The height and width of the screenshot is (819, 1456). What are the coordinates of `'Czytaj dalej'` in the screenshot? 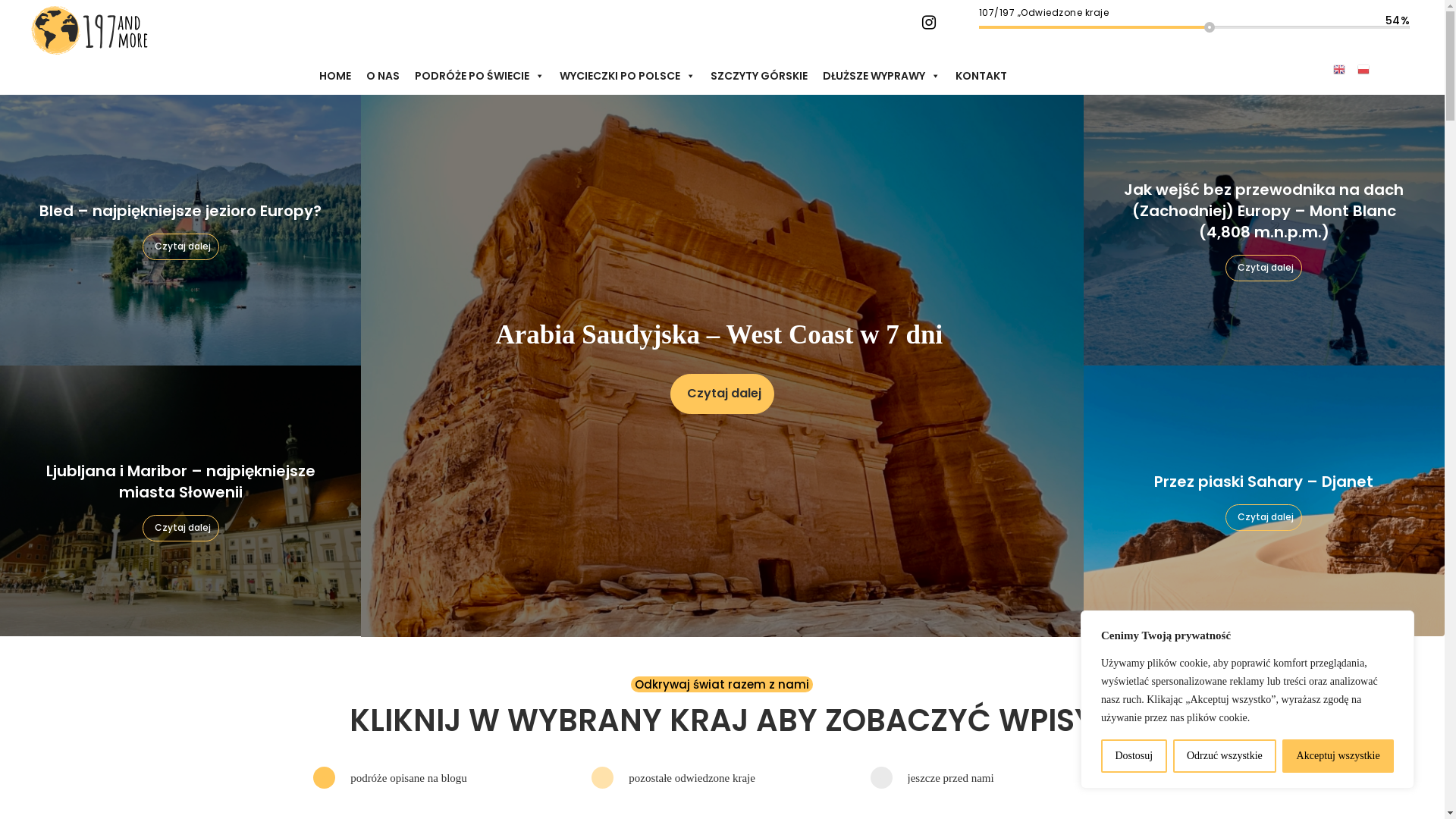 It's located at (142, 246).